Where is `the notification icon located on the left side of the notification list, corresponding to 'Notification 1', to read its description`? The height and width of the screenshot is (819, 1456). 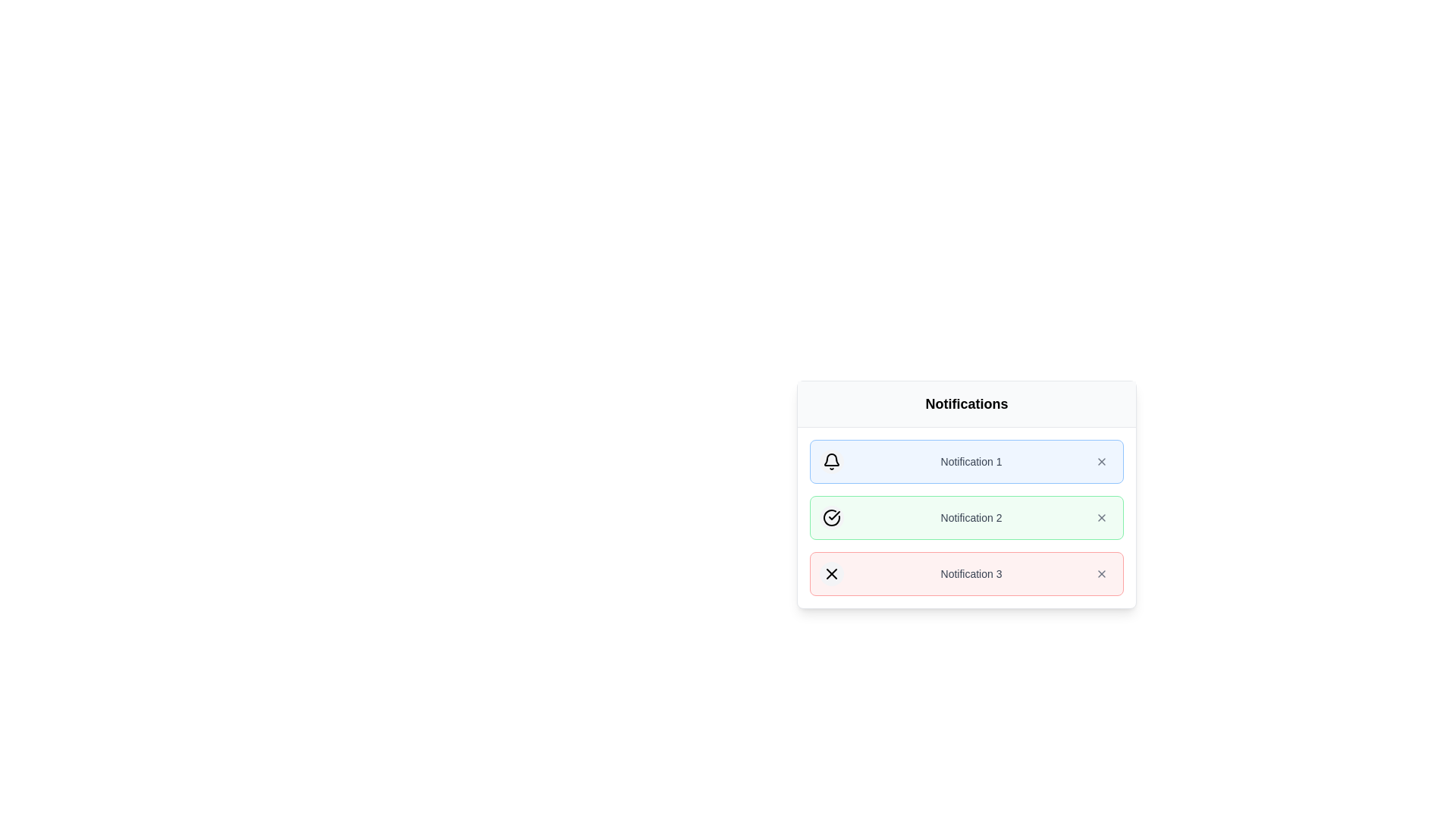
the notification icon located on the left side of the notification list, corresponding to 'Notification 1', to read its description is located at coordinates (831, 461).